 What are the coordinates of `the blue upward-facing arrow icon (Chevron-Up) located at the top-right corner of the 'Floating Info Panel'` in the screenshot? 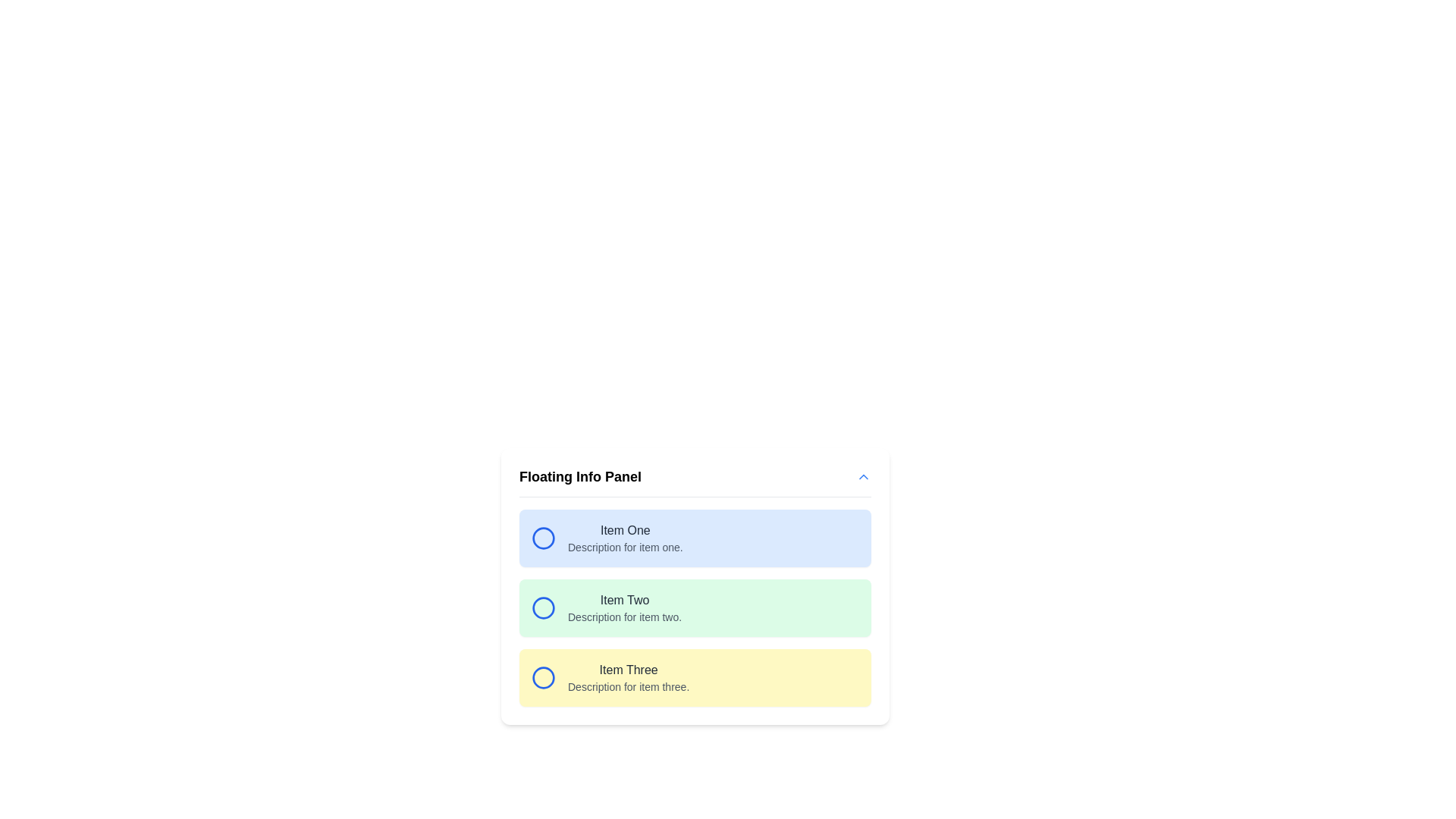 It's located at (863, 475).